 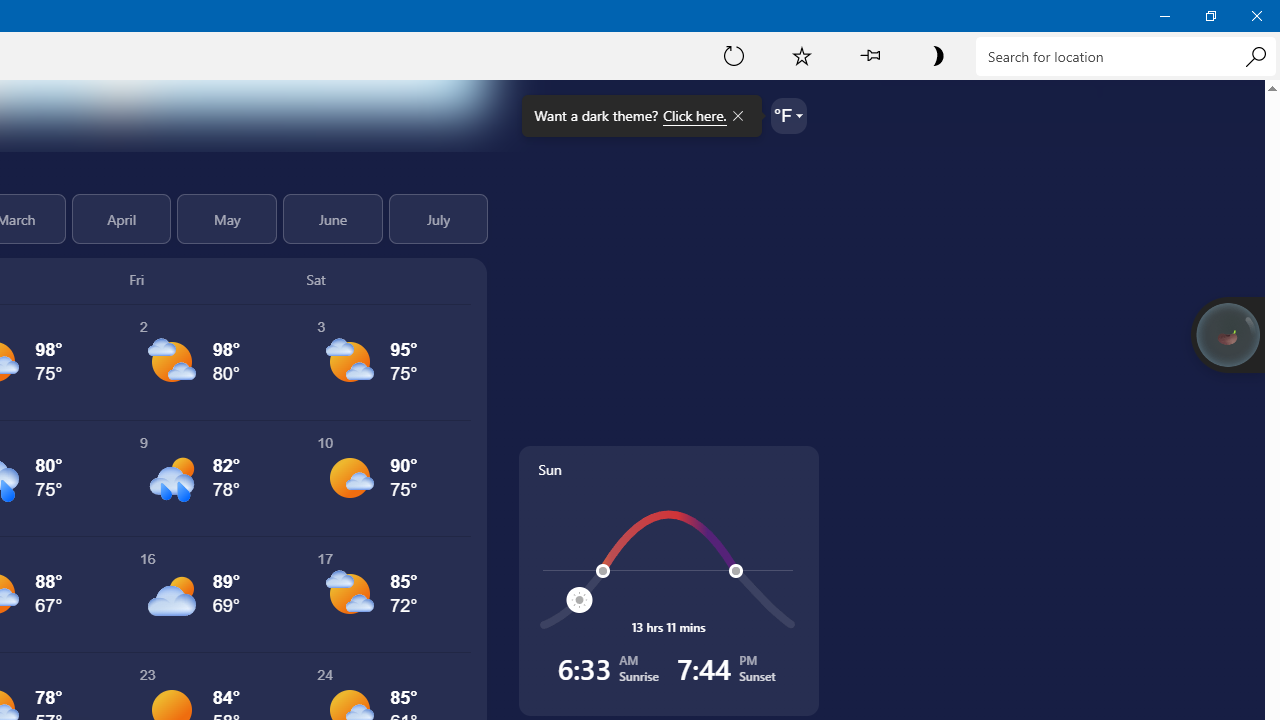 I want to click on 'Search for location', so click(x=1125, y=55).